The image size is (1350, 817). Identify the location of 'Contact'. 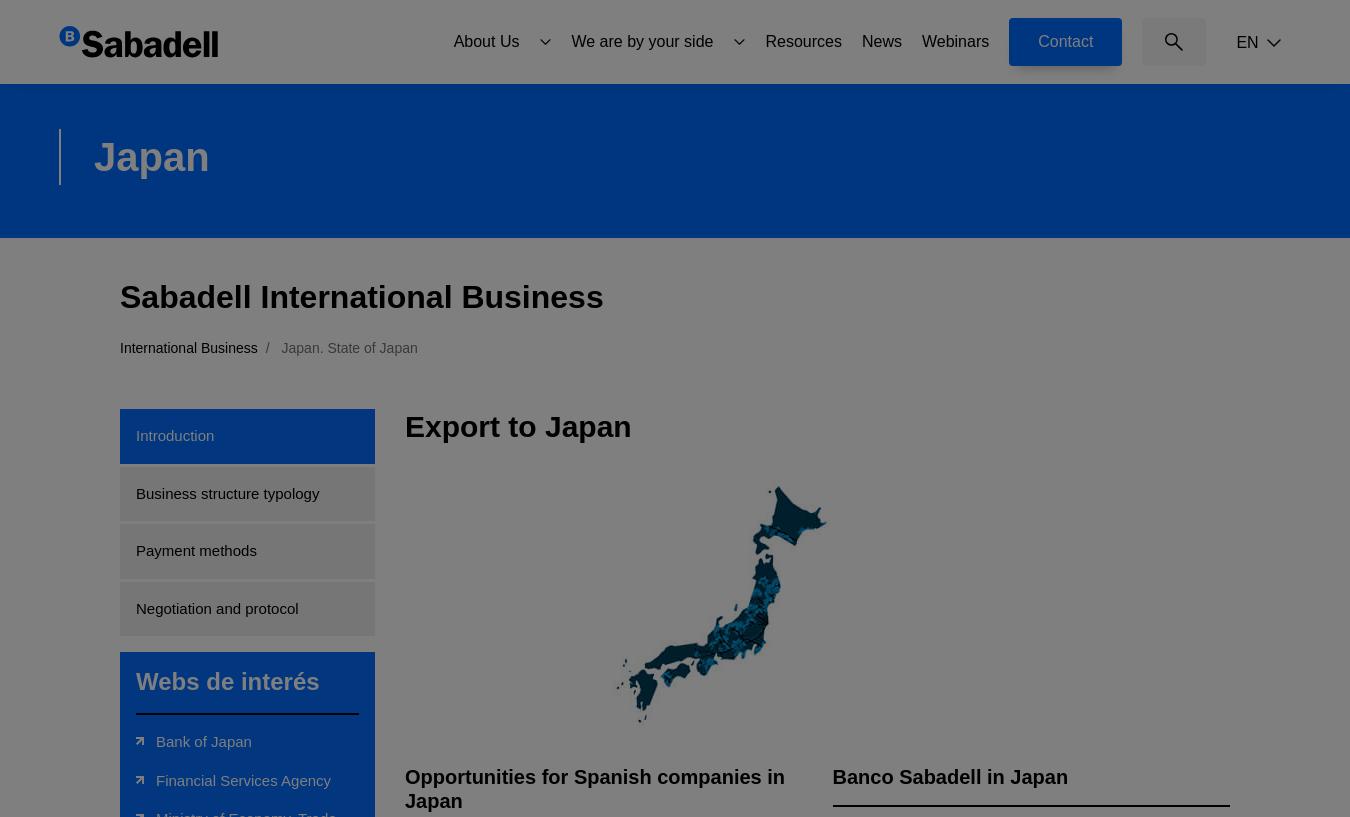
(1065, 39).